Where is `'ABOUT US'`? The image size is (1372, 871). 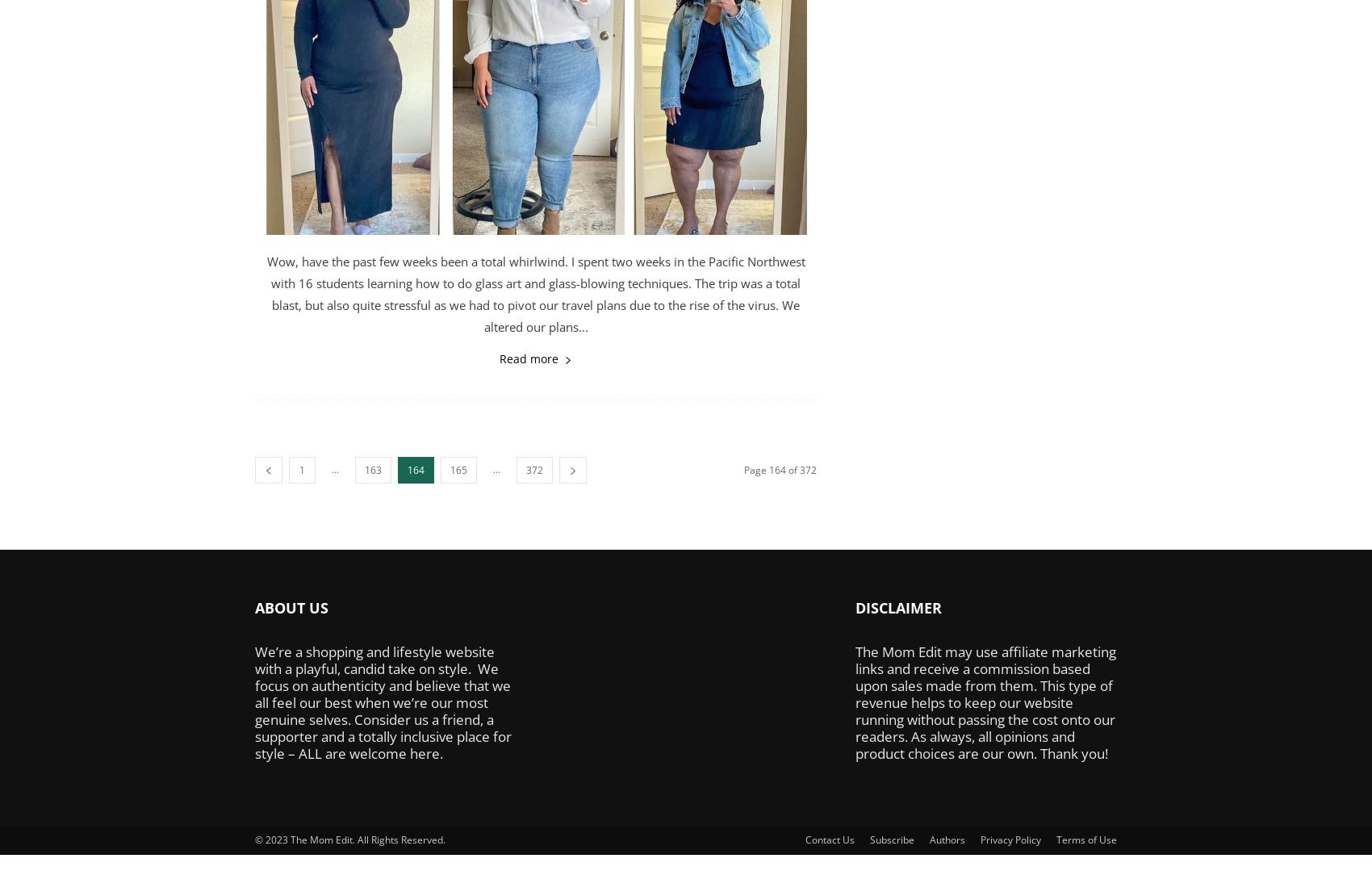 'ABOUT US' is located at coordinates (291, 608).